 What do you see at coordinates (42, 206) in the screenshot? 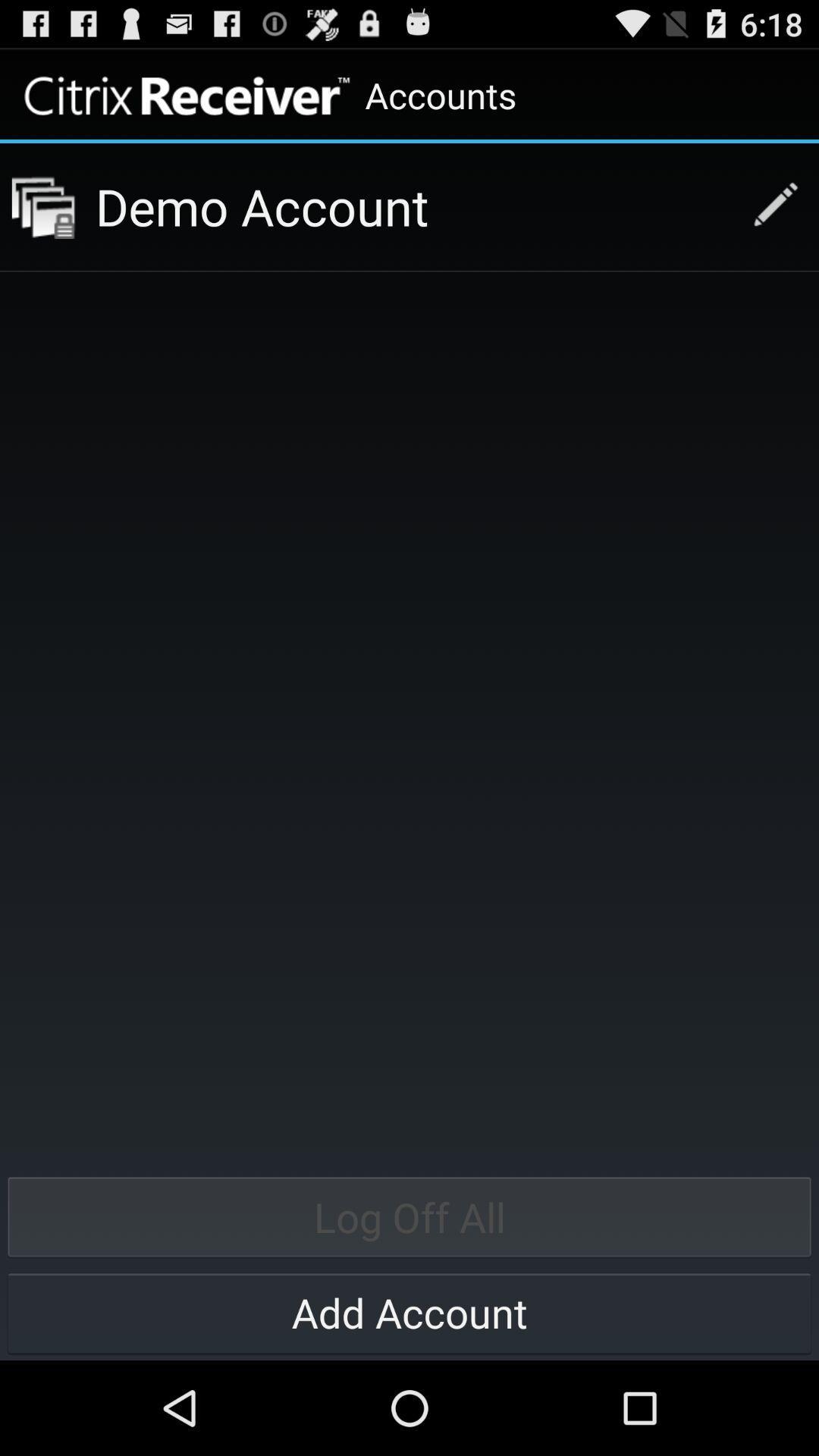
I see `item above the log off all item` at bounding box center [42, 206].